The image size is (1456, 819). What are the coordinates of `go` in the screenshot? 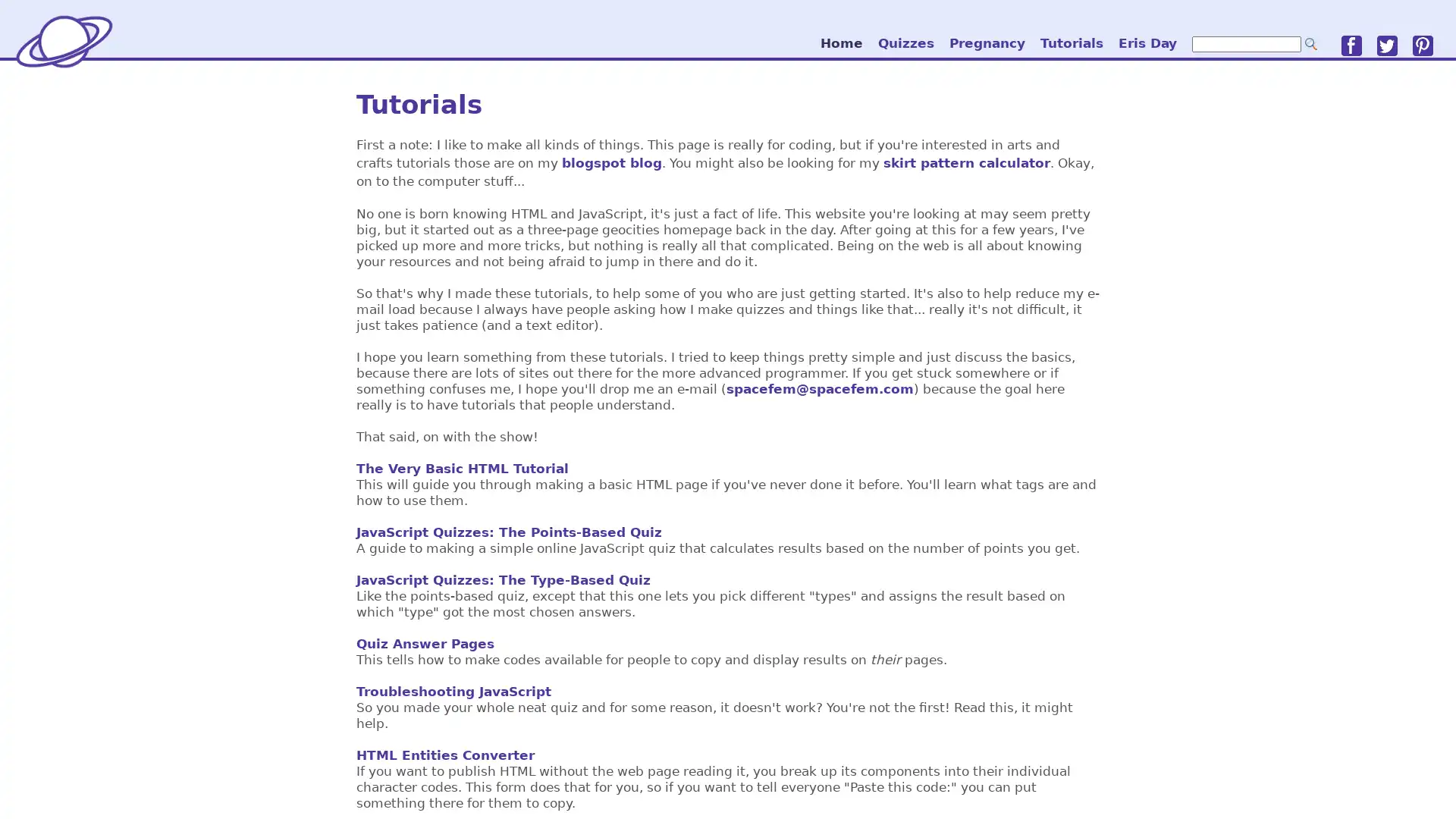 It's located at (1314, 42).